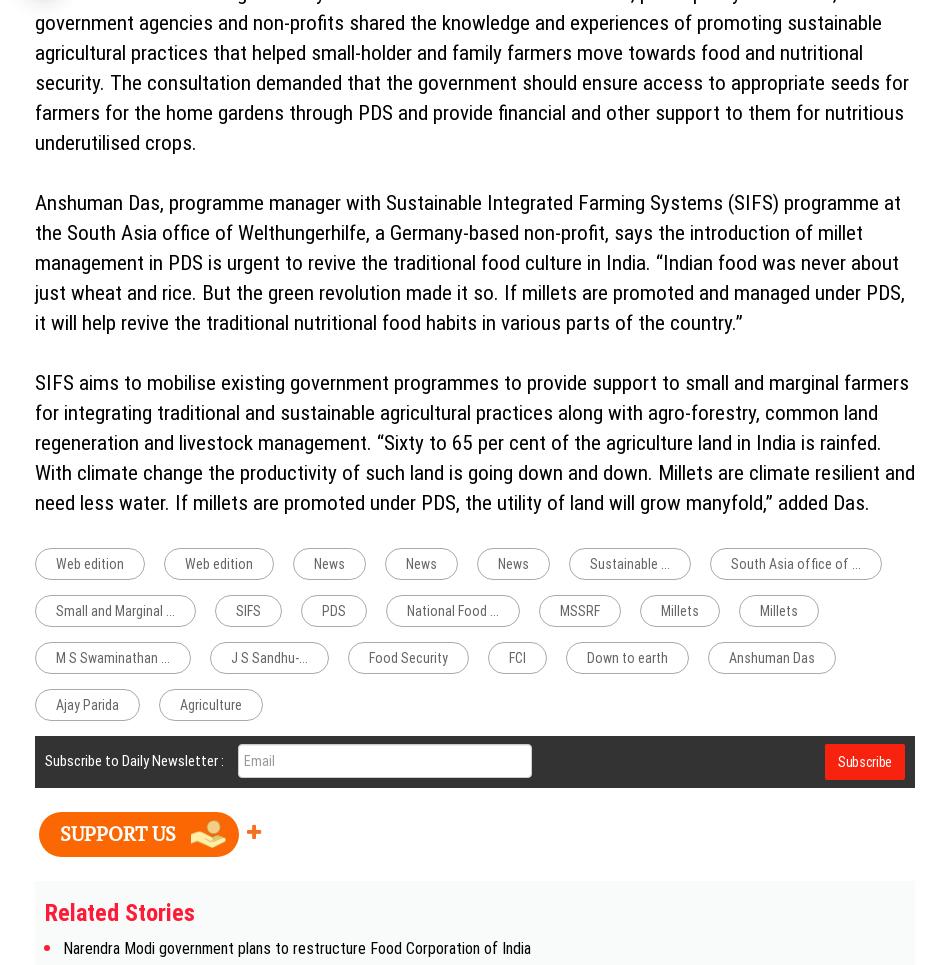 Image resolution: width=950 pixels, height=965 pixels. I want to click on 'M S Swaminathan …', so click(112, 658).